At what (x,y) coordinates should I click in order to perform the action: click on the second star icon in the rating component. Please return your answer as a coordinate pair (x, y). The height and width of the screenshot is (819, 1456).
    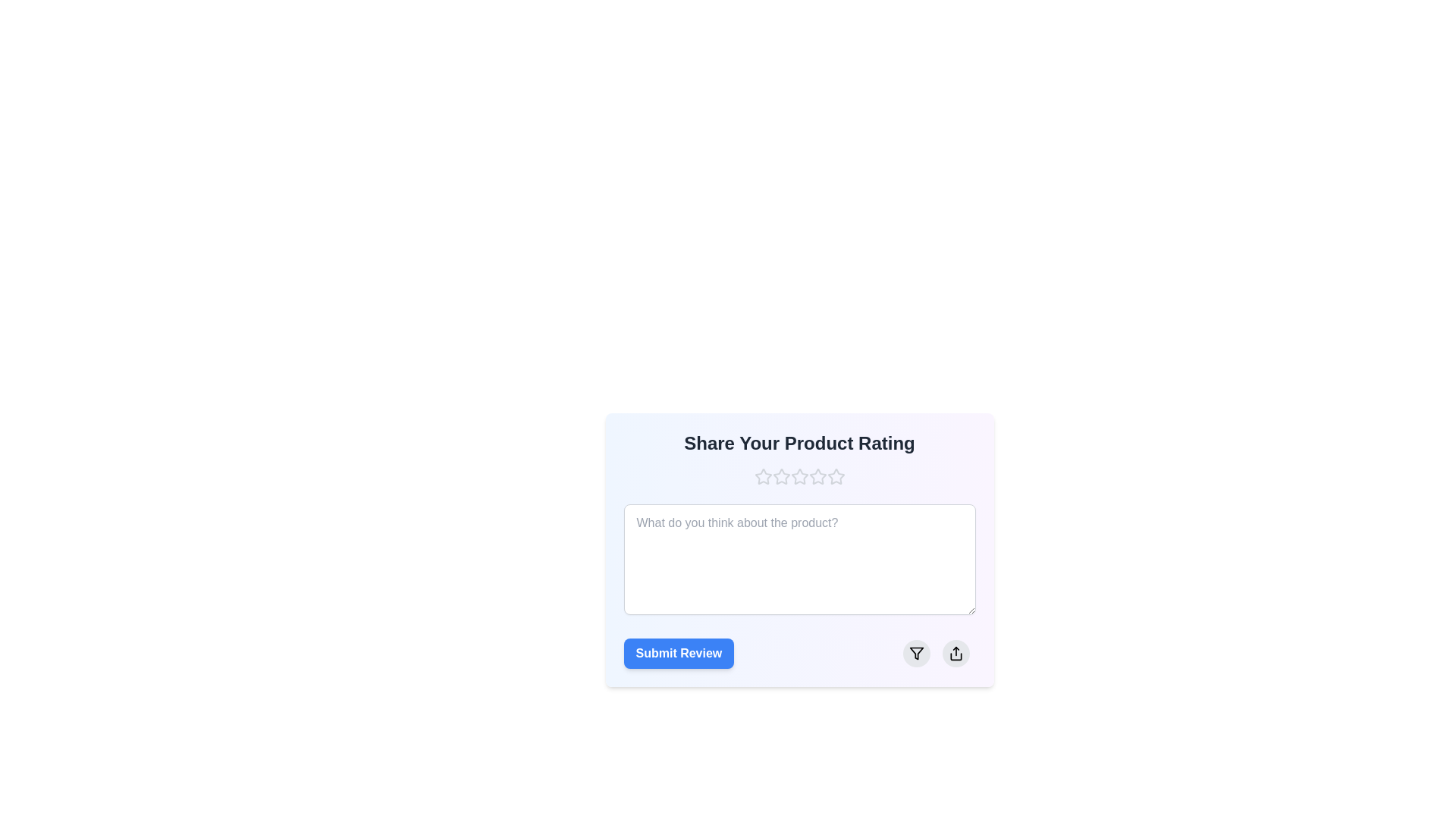
    Looking at the image, I should click on (799, 475).